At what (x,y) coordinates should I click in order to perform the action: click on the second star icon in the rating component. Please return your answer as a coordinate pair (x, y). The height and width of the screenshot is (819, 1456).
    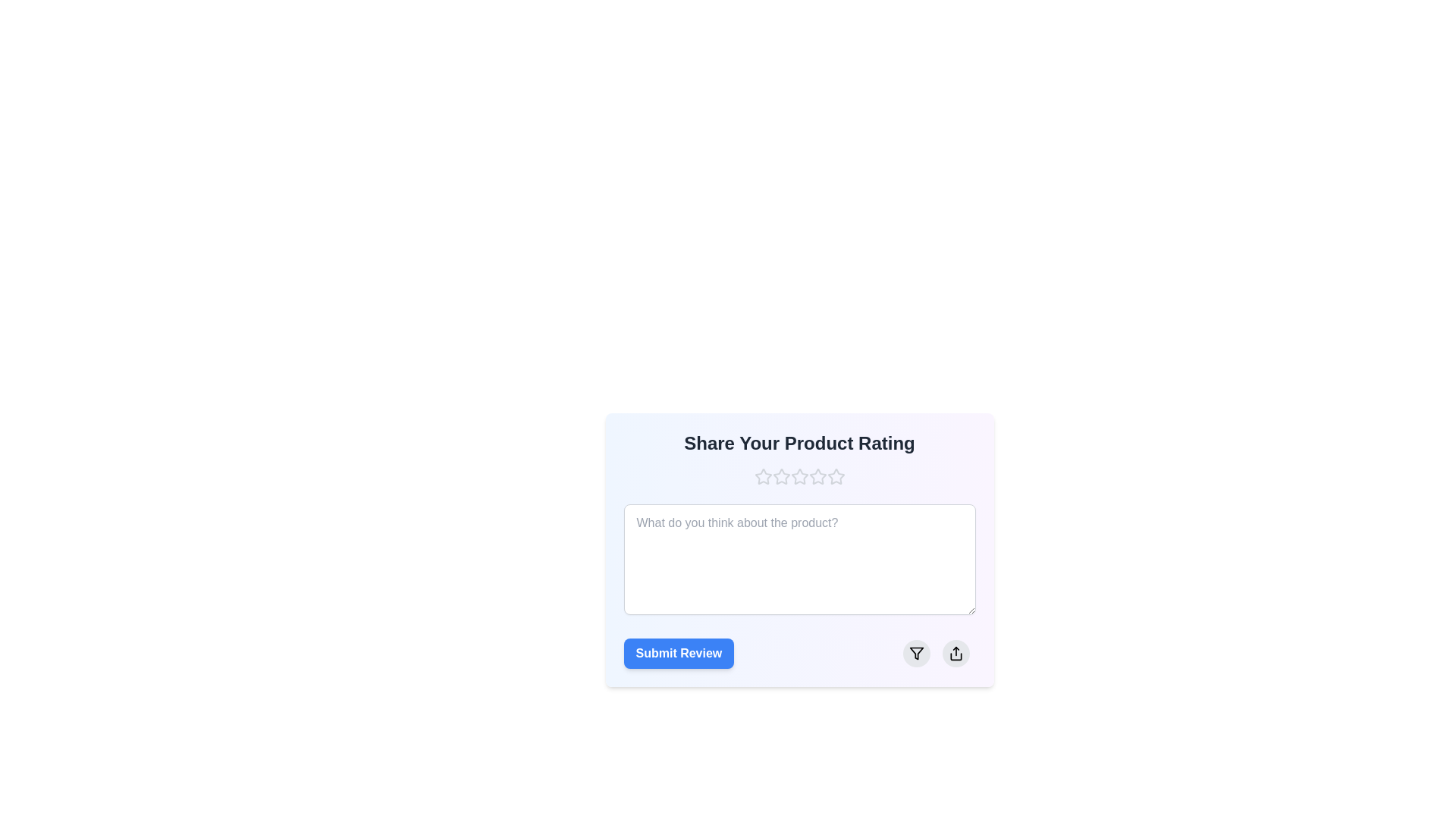
    Looking at the image, I should click on (799, 475).